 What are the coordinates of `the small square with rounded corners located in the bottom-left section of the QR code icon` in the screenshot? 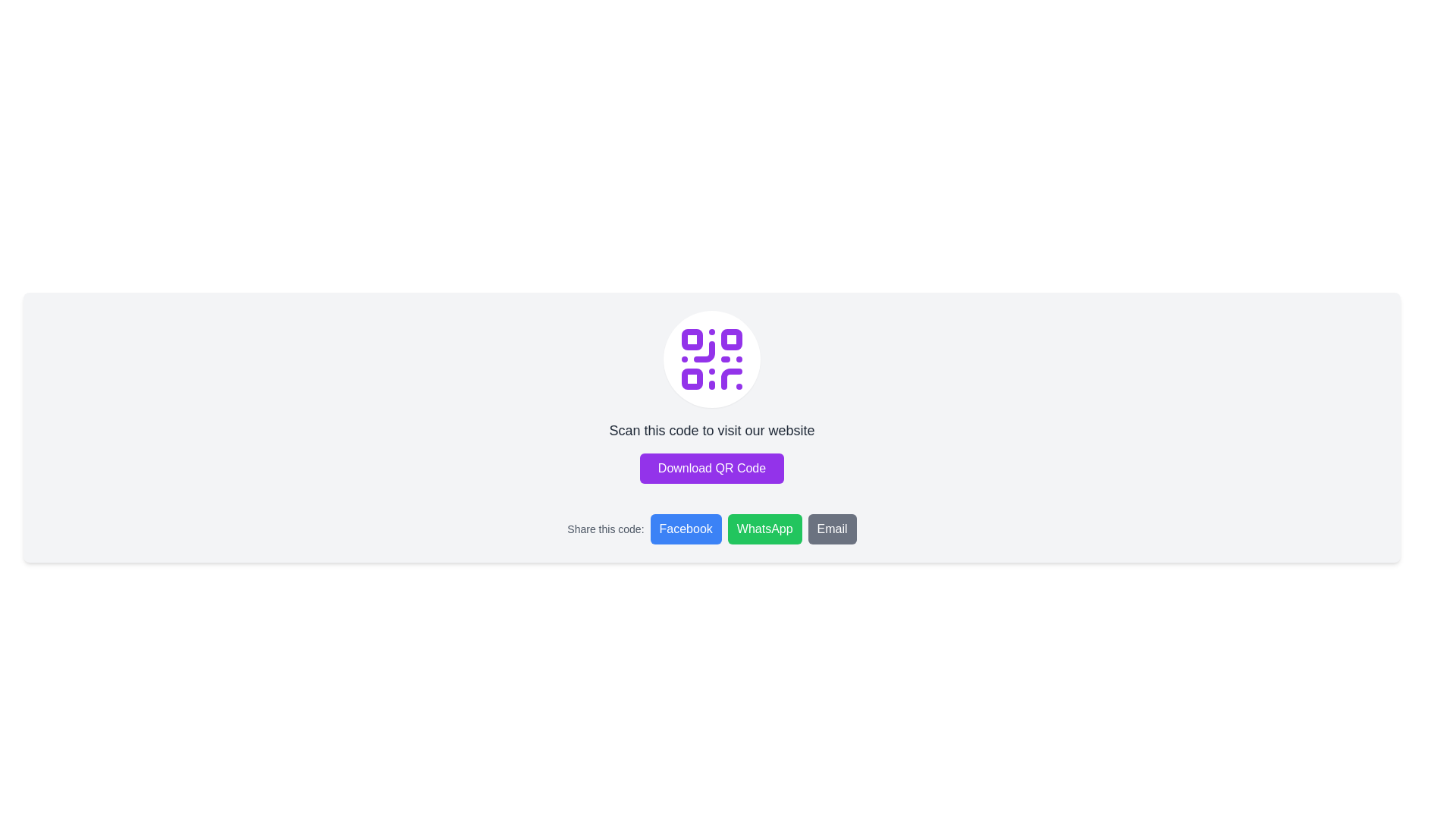 It's located at (691, 378).